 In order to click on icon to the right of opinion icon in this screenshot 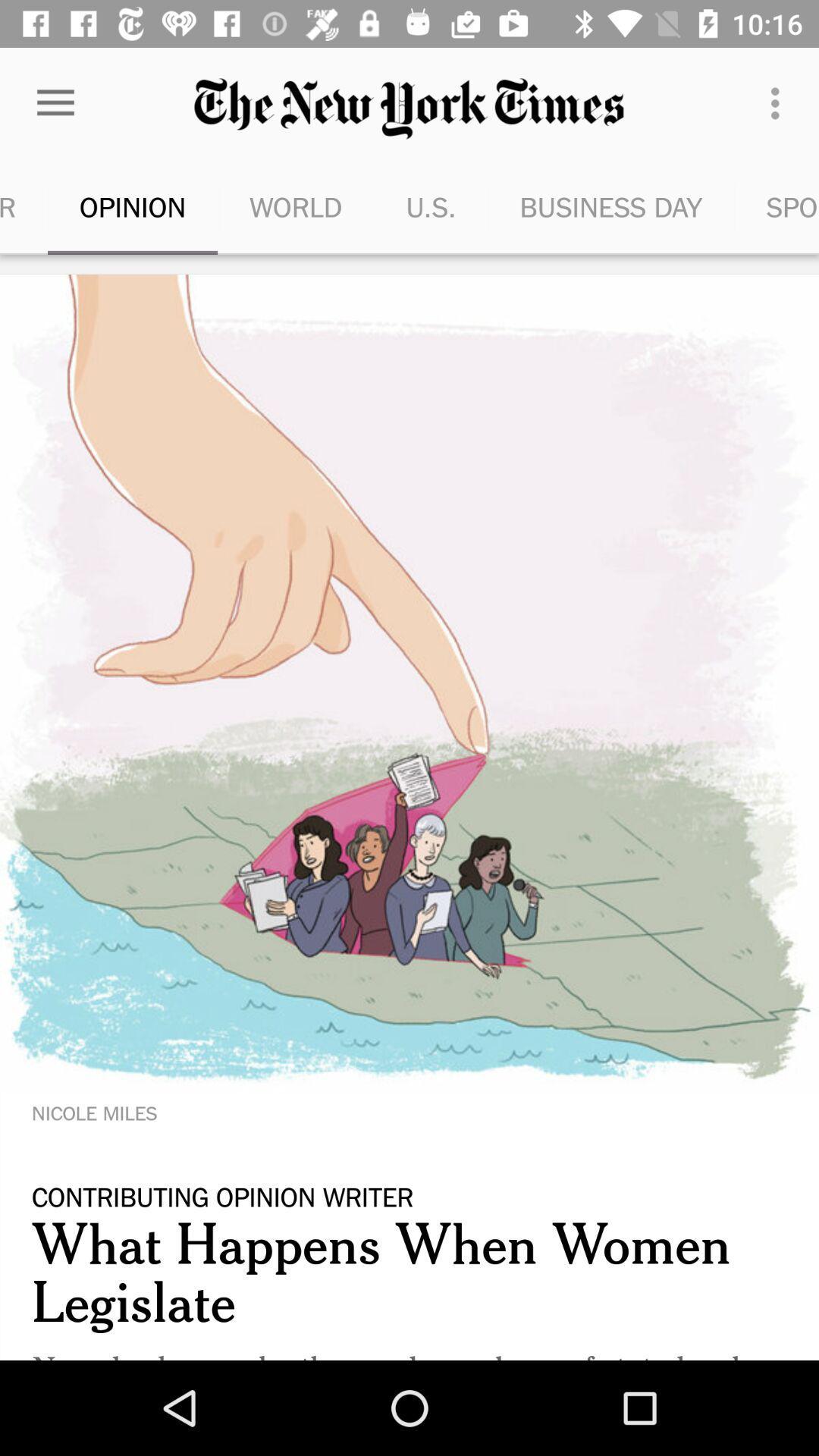, I will do `click(296, 206)`.